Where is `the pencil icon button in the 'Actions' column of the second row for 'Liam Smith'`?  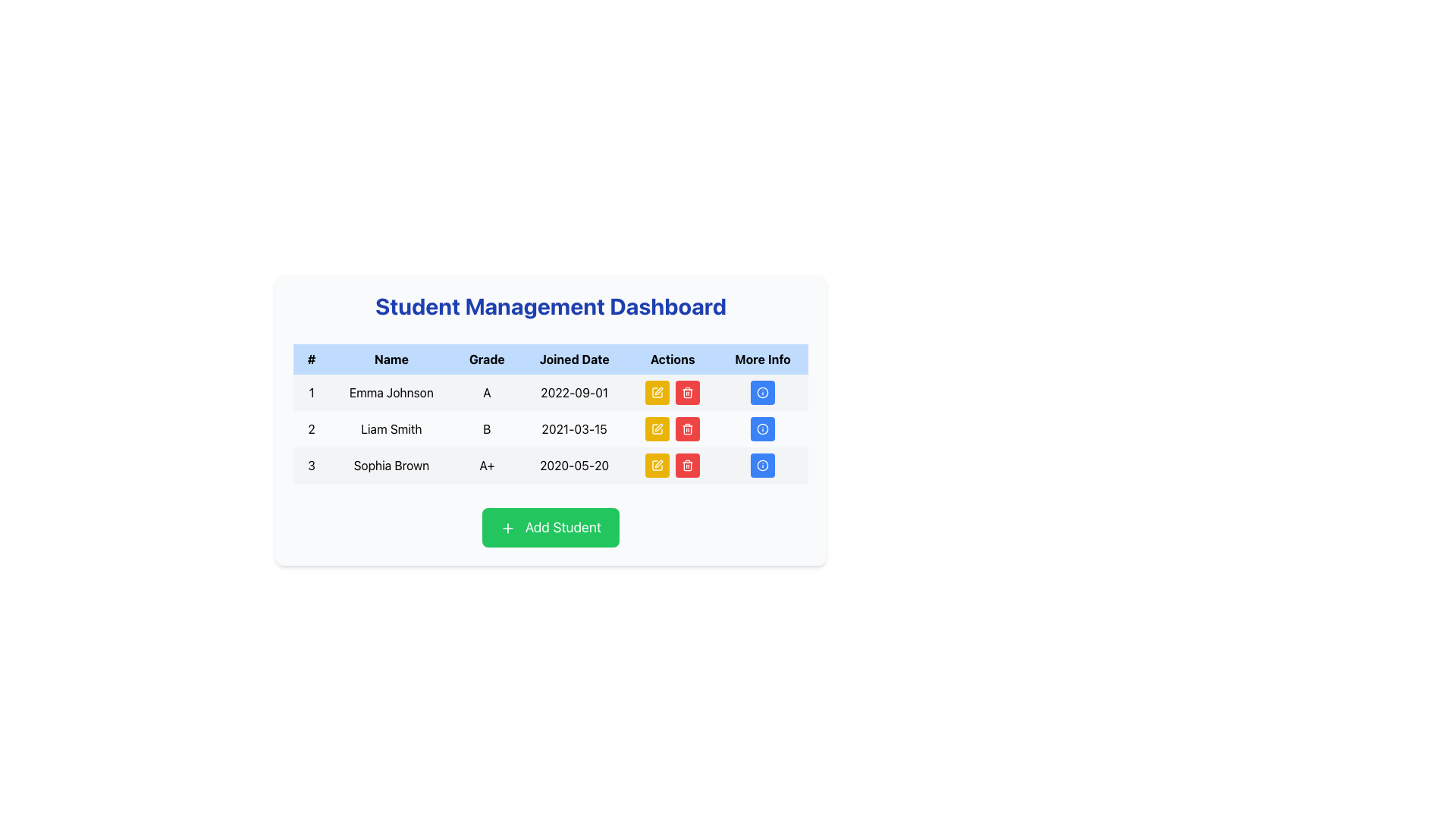 the pencil icon button in the 'Actions' column of the second row for 'Liam Smith' is located at coordinates (657, 429).